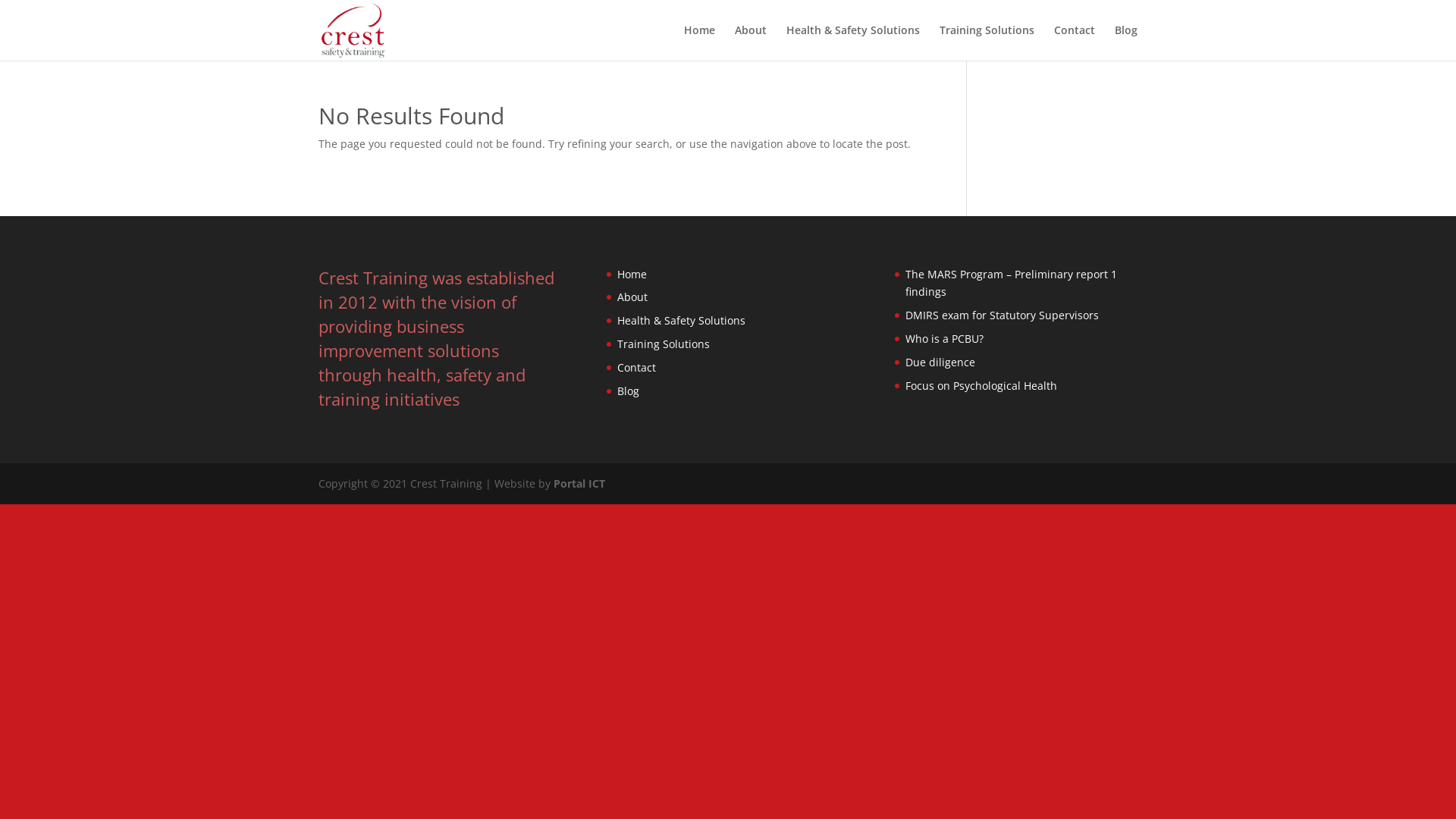 This screenshot has width=1456, height=819. What do you see at coordinates (1125, 42) in the screenshot?
I see `'Blog'` at bounding box center [1125, 42].